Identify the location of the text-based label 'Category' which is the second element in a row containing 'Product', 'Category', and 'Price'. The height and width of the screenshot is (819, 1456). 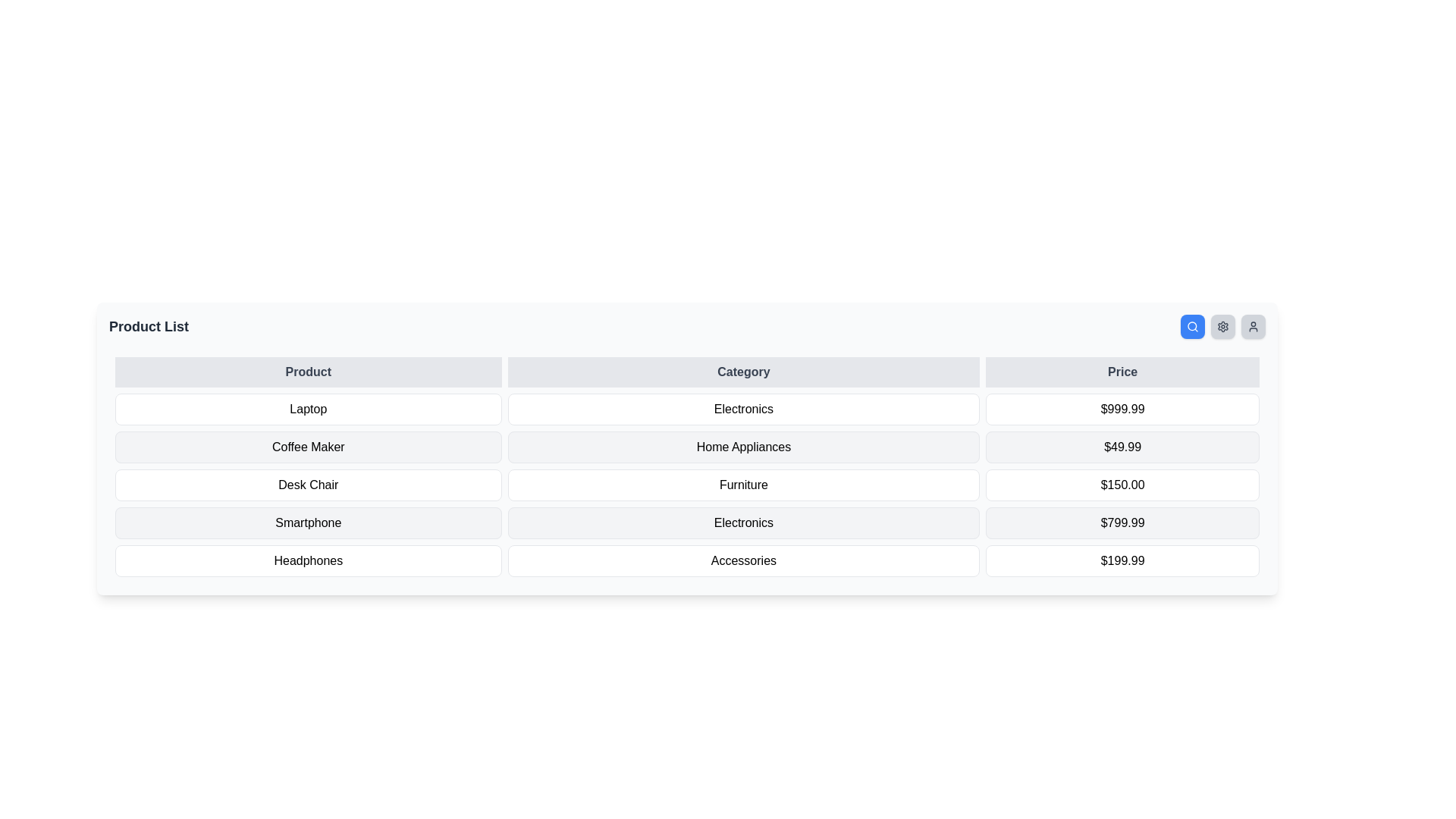
(743, 372).